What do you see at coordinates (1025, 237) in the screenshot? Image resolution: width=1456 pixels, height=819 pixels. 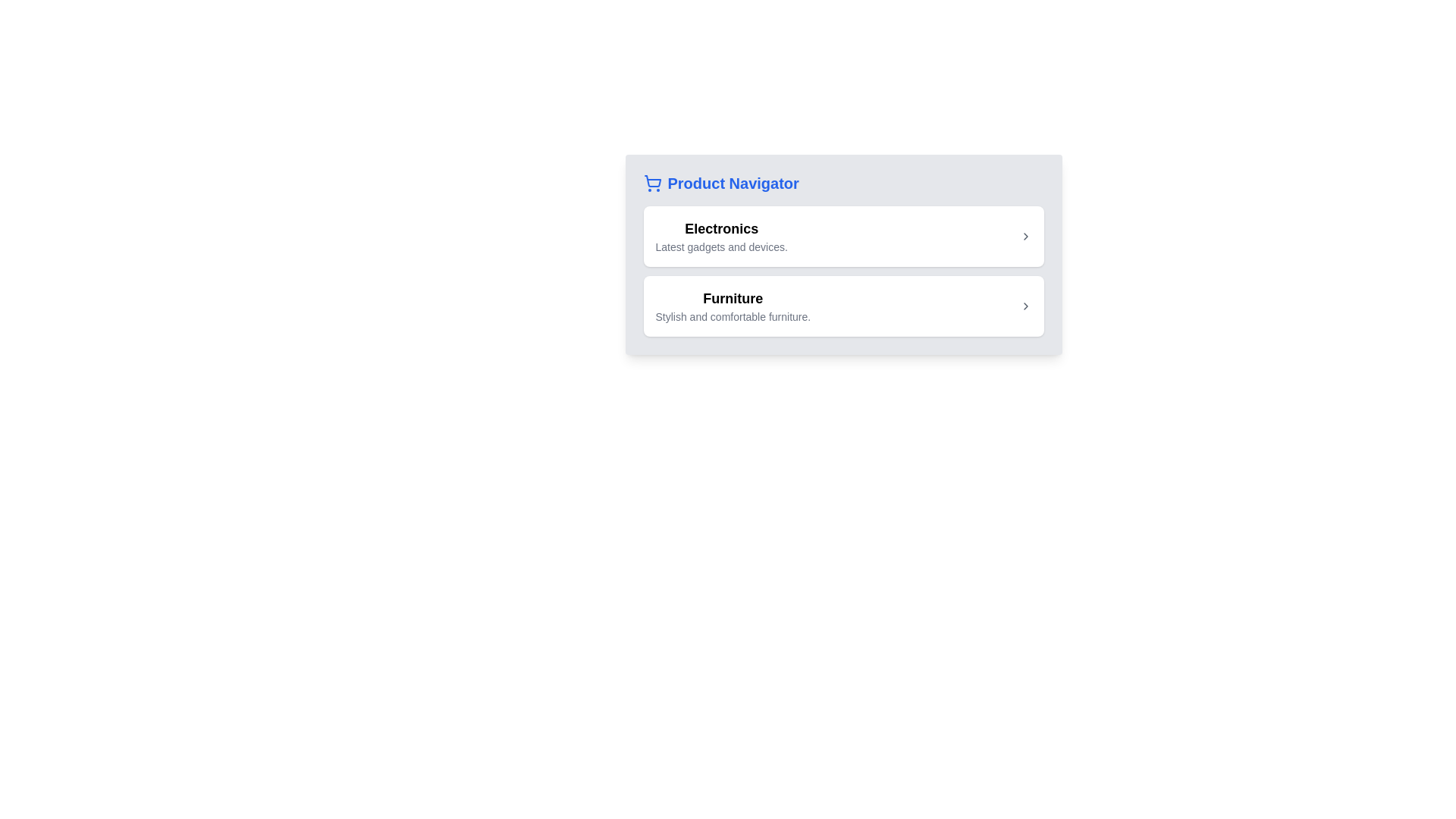 I see `the chevron icon aligned` at bounding box center [1025, 237].